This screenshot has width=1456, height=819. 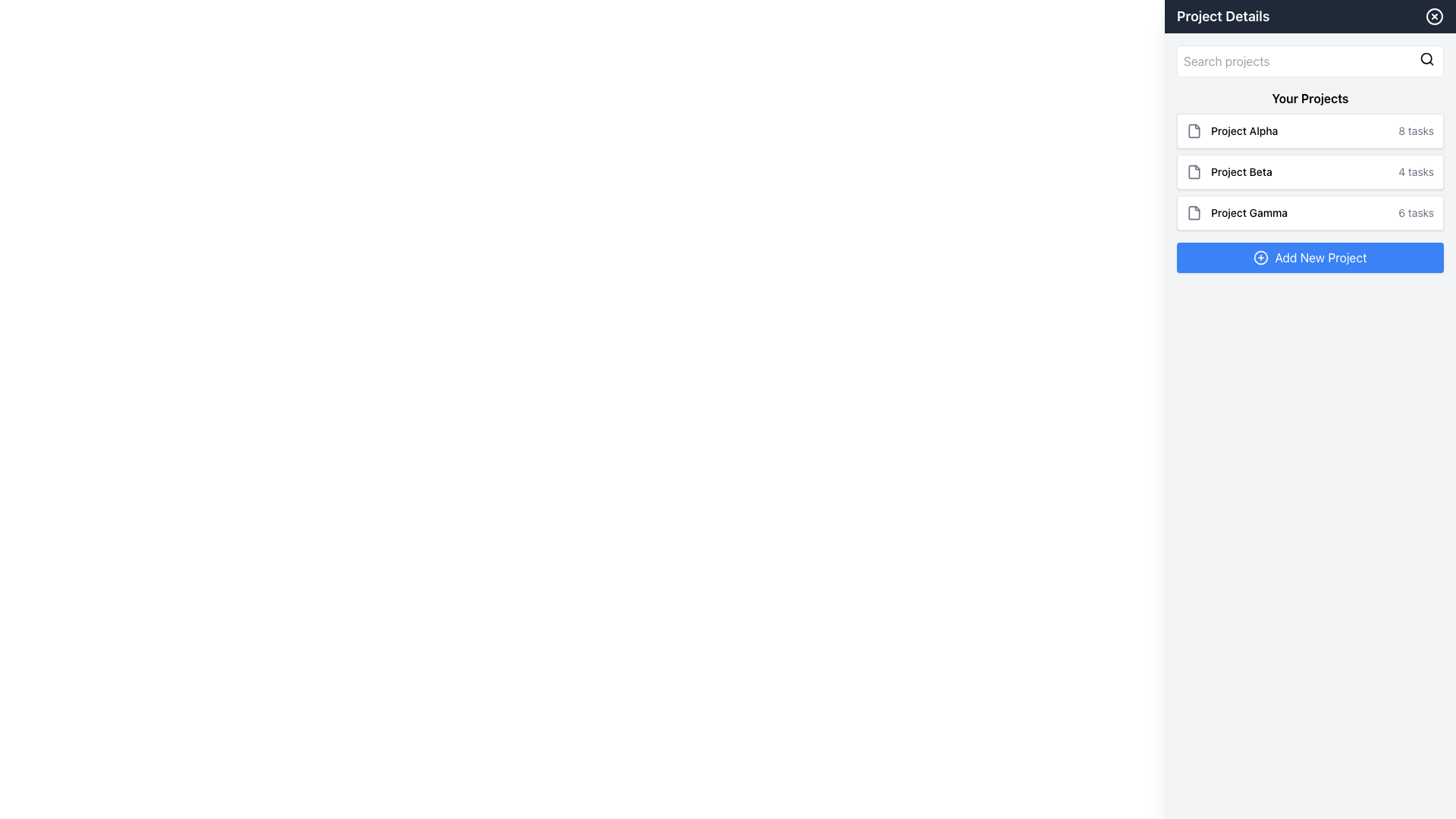 I want to click on the close button located in the top-right corner of the 'Project Details' side panel, so click(x=1427, y=27).